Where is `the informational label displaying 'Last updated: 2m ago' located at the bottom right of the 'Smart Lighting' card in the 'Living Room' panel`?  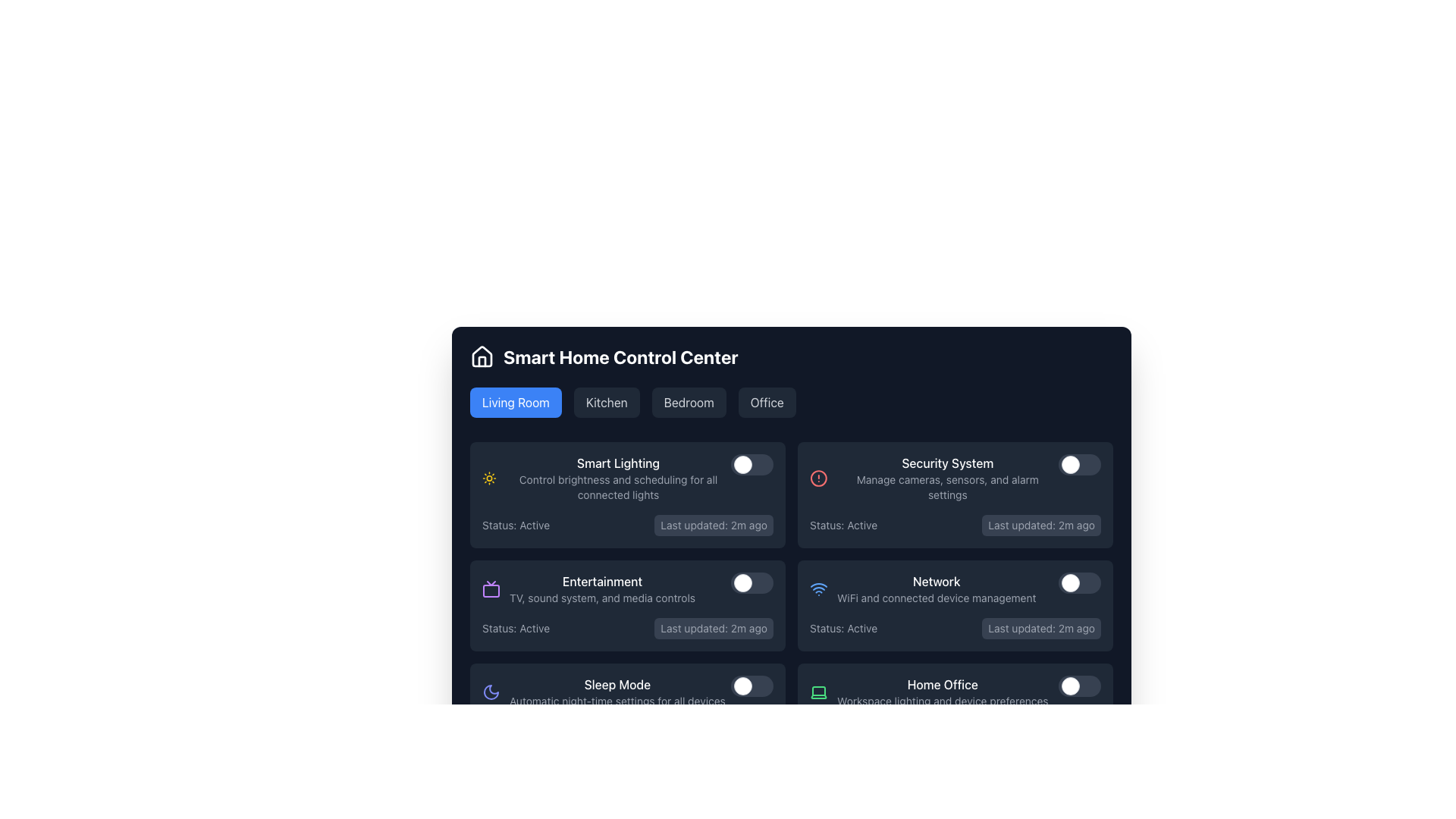
the informational label displaying 'Last updated: 2m ago' located at the bottom right of the 'Smart Lighting' card in the 'Living Room' panel is located at coordinates (713, 525).